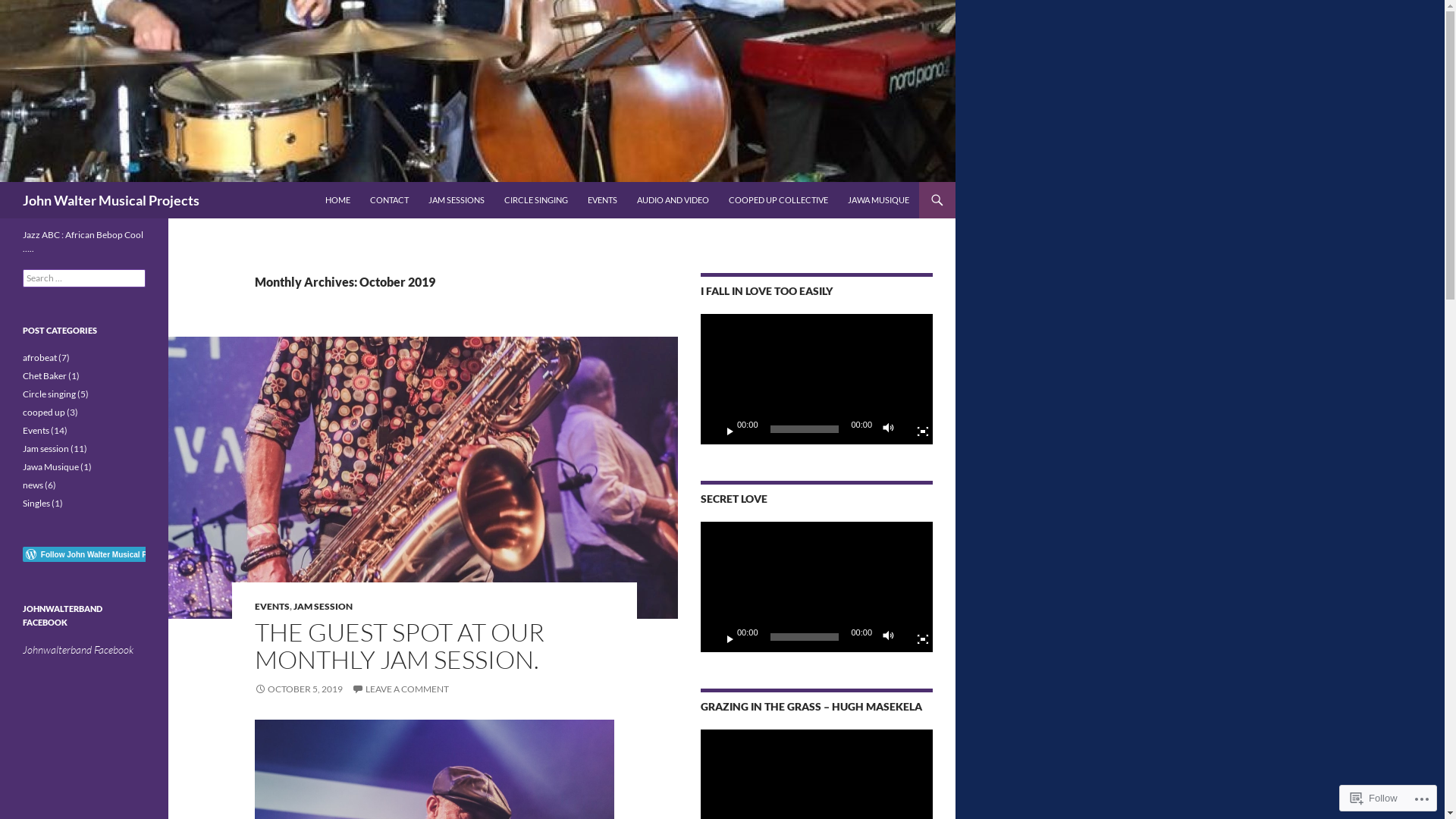  I want to click on 'CONTACT', so click(359, 199).